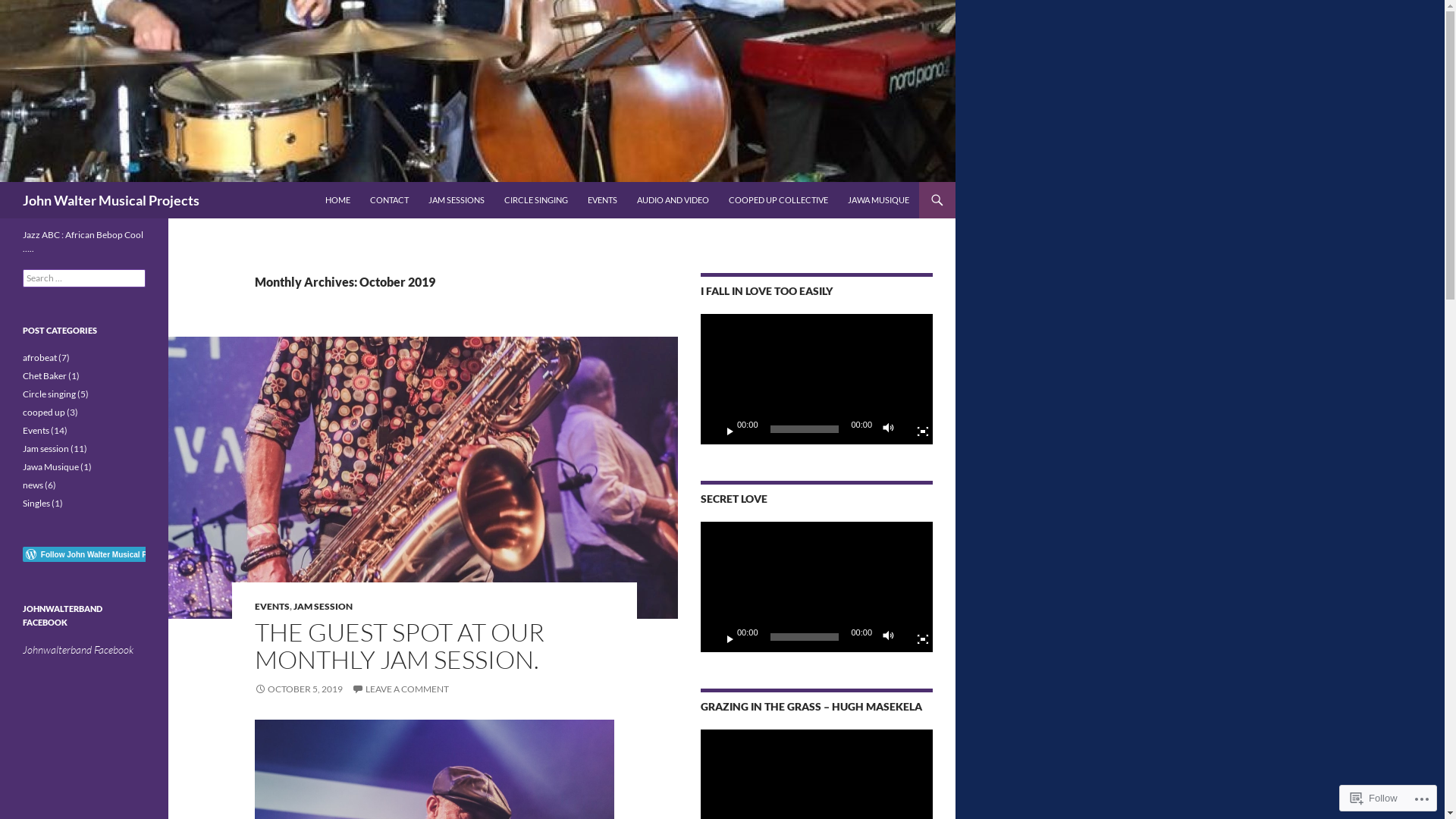  I want to click on 'CONTACT', so click(359, 199).